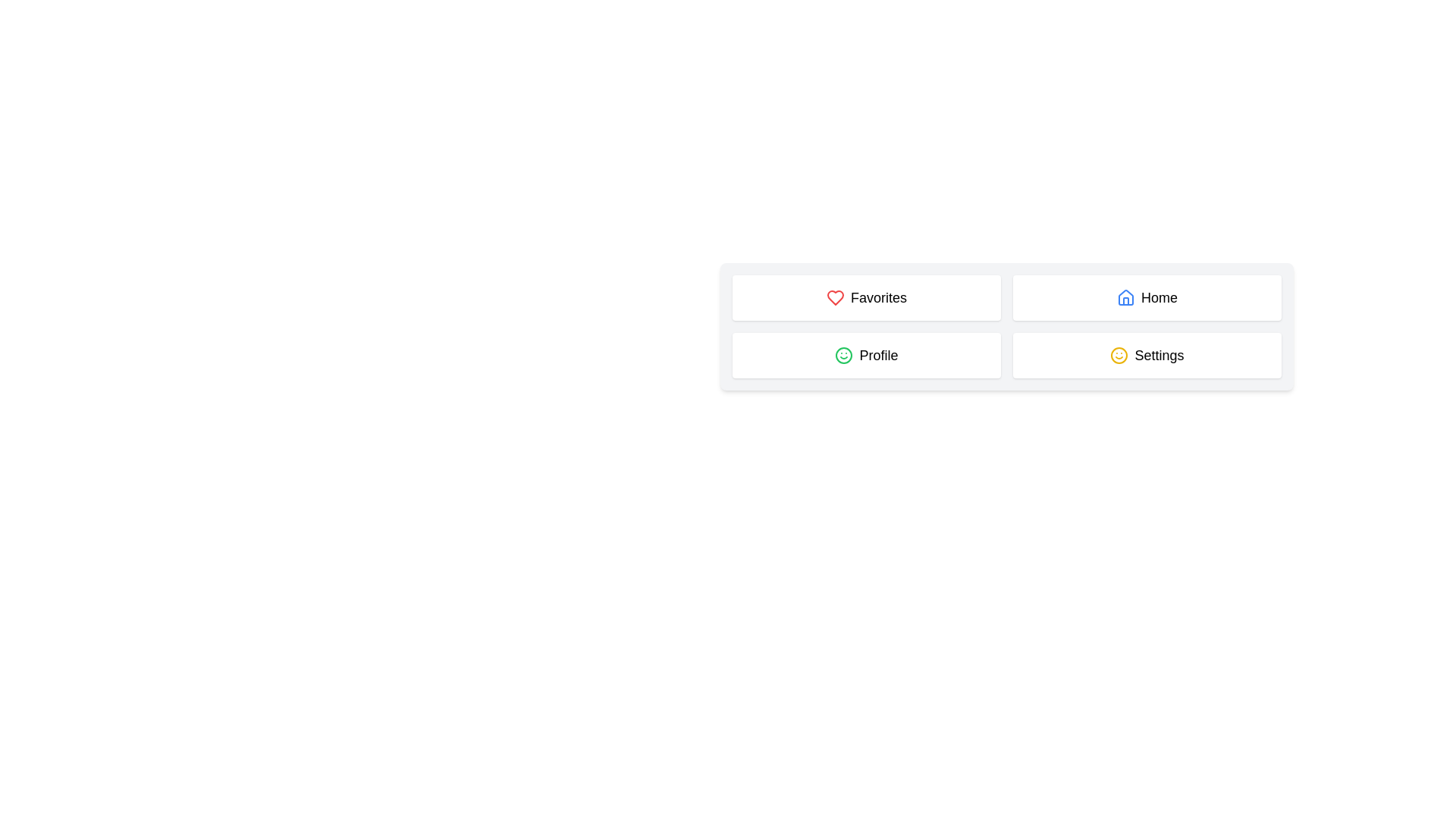  I want to click on the Decorative Icon that visually represents the 'Profile' section, located in the bottom-left quadrant of the grid structure, so click(843, 356).